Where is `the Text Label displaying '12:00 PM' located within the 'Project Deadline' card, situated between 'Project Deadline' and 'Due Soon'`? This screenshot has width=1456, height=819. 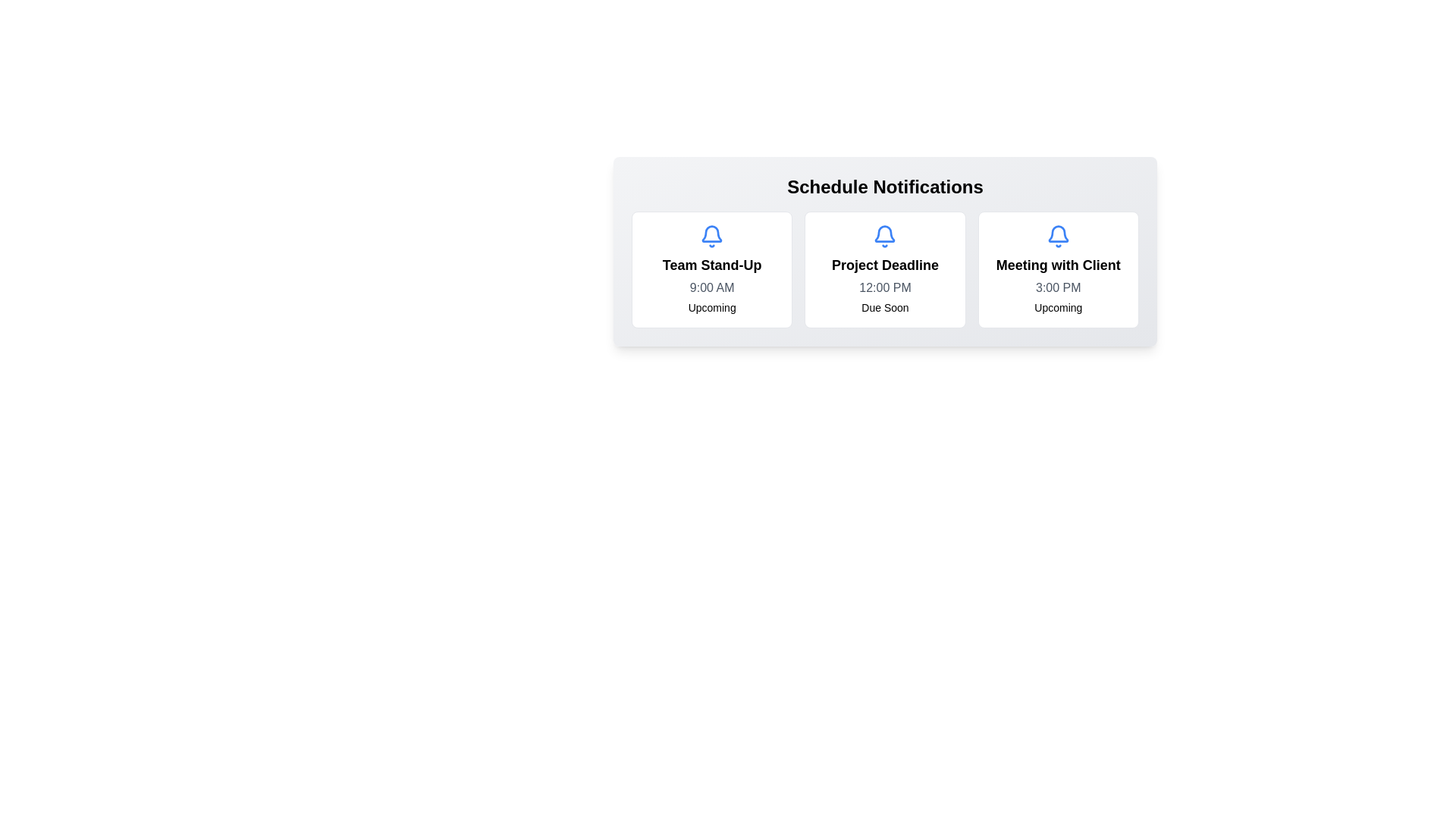
the Text Label displaying '12:00 PM' located within the 'Project Deadline' card, situated between 'Project Deadline' and 'Due Soon' is located at coordinates (885, 288).